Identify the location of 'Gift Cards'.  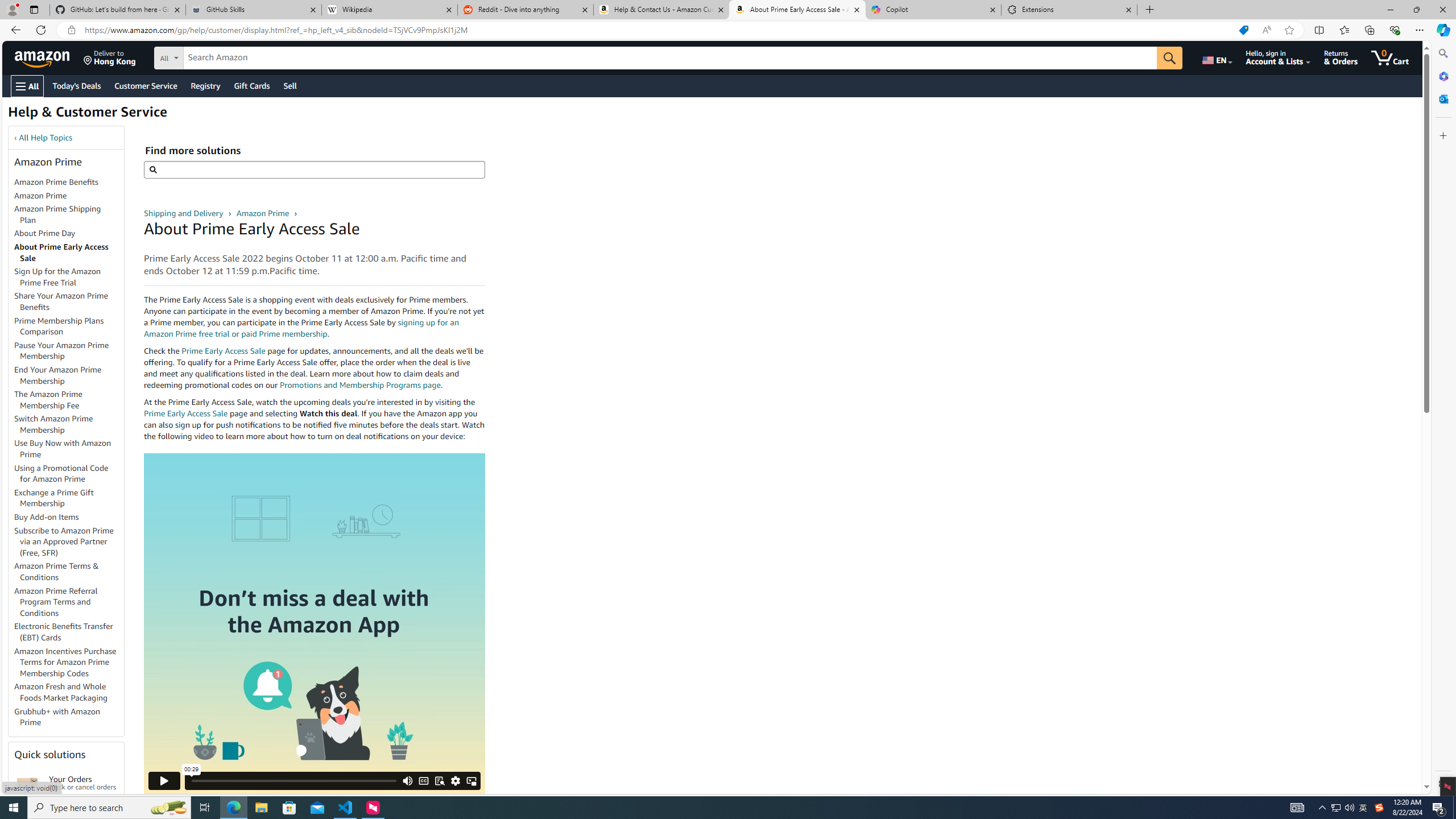
(251, 85).